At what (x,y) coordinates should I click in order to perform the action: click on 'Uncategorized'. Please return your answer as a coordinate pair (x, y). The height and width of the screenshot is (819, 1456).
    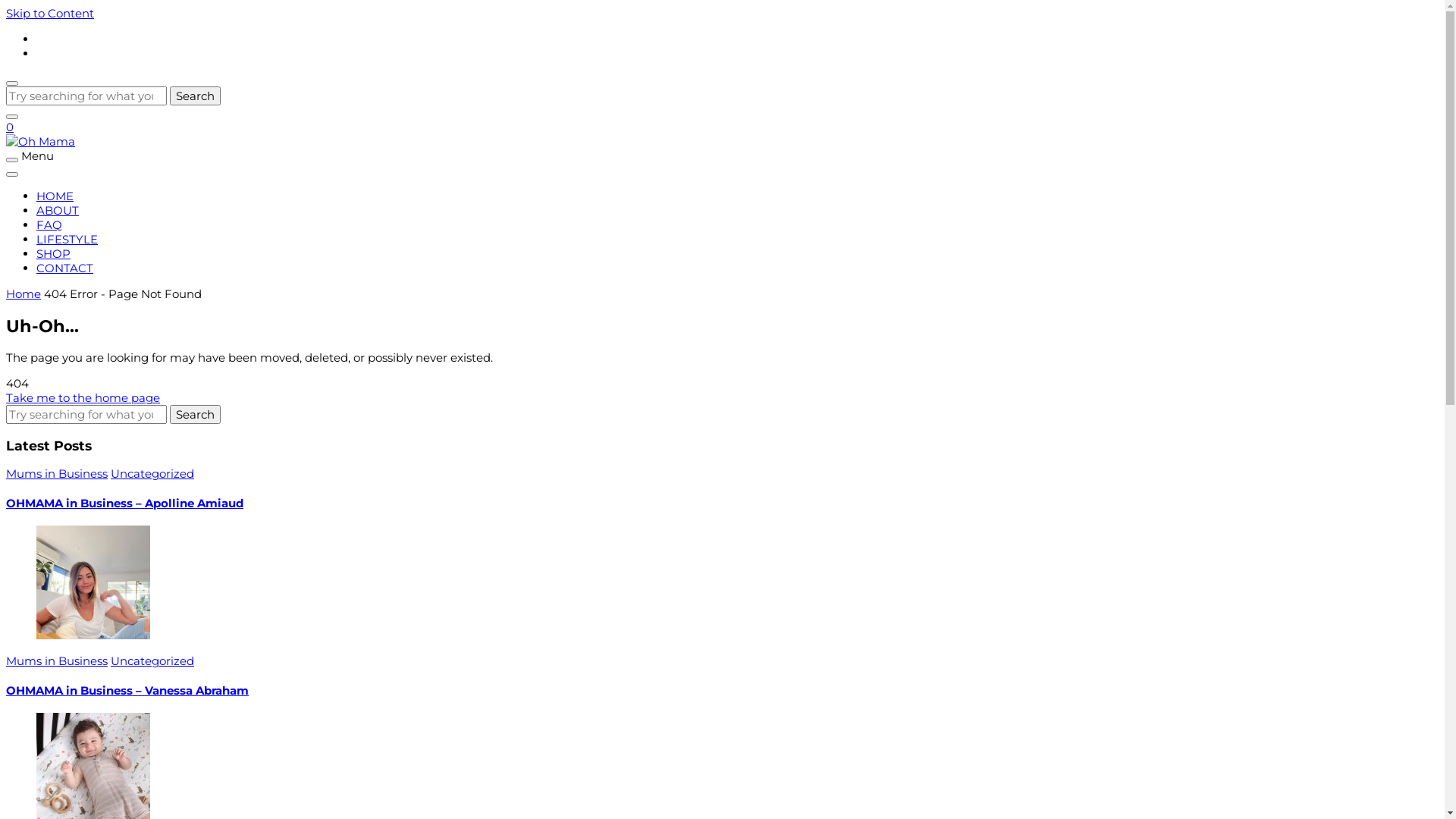
    Looking at the image, I should click on (152, 660).